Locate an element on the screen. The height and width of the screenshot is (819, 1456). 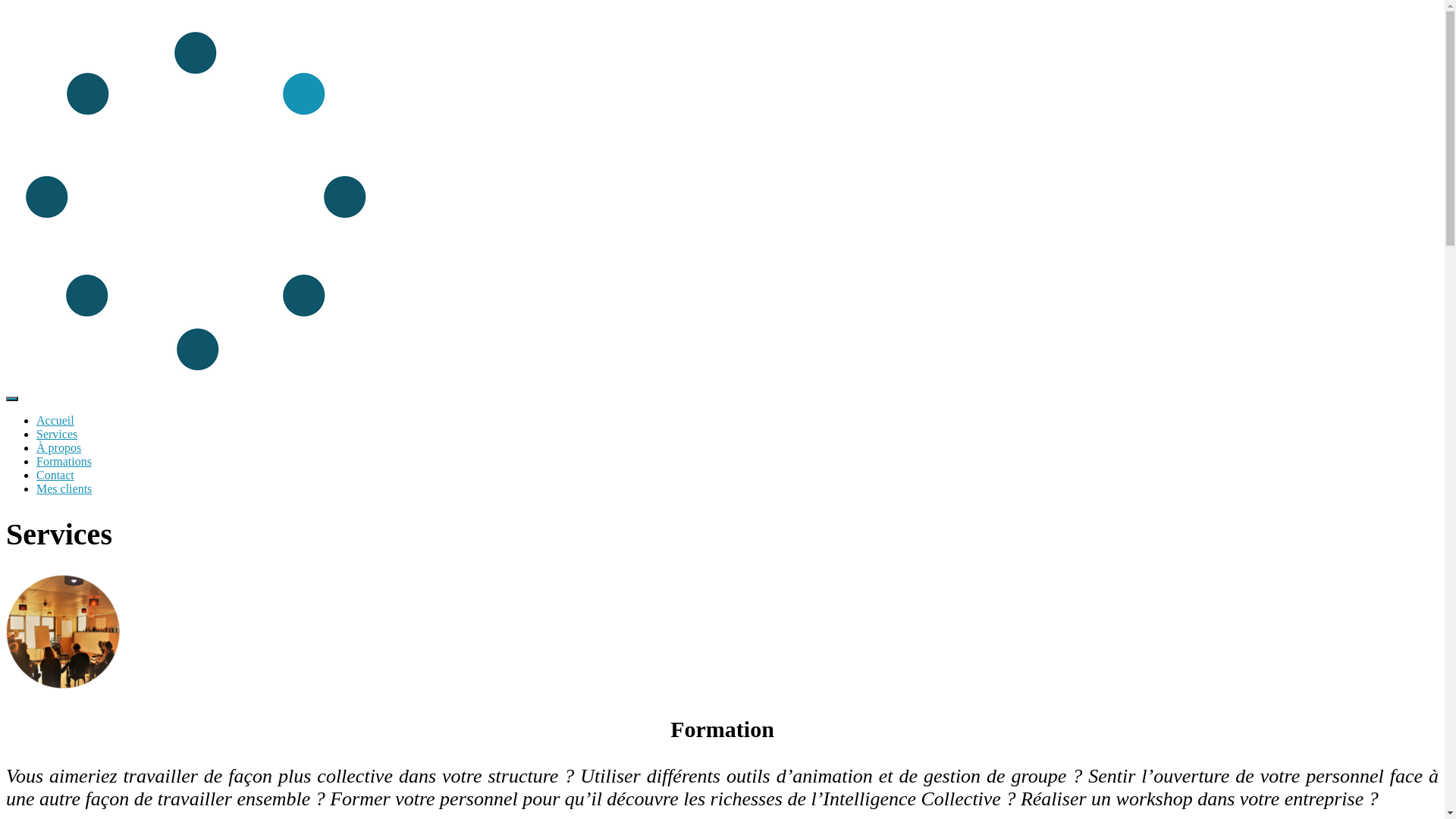
'Services' is located at coordinates (57, 434).